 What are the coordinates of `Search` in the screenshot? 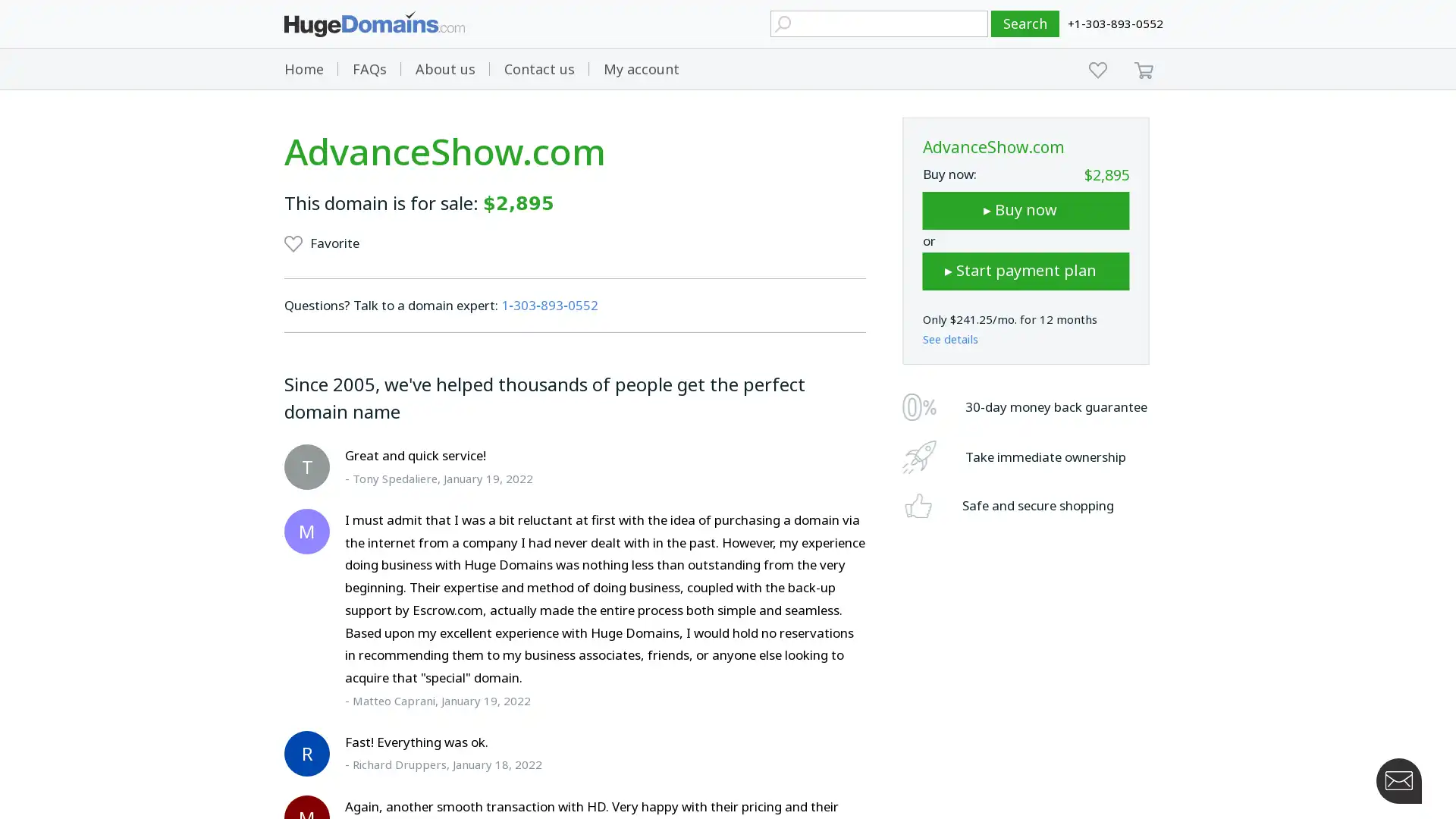 It's located at (1025, 24).